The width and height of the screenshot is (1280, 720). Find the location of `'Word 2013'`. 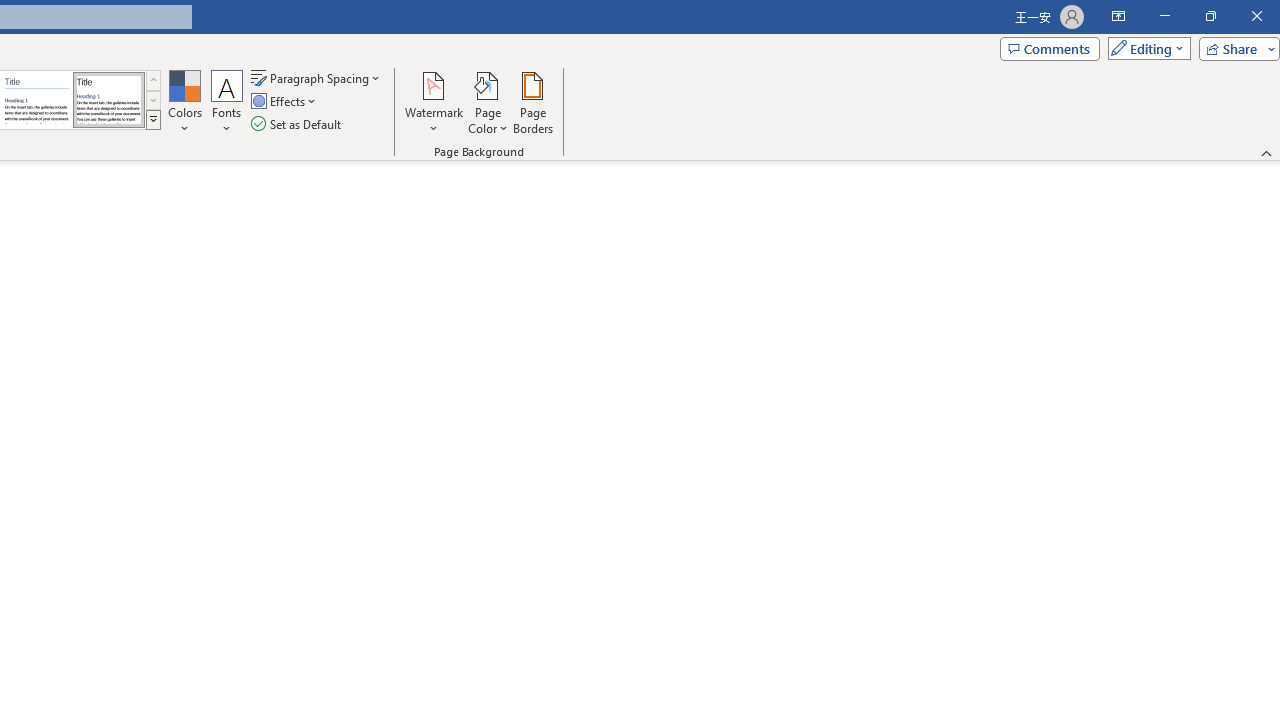

'Word 2013' is located at coordinates (107, 100).